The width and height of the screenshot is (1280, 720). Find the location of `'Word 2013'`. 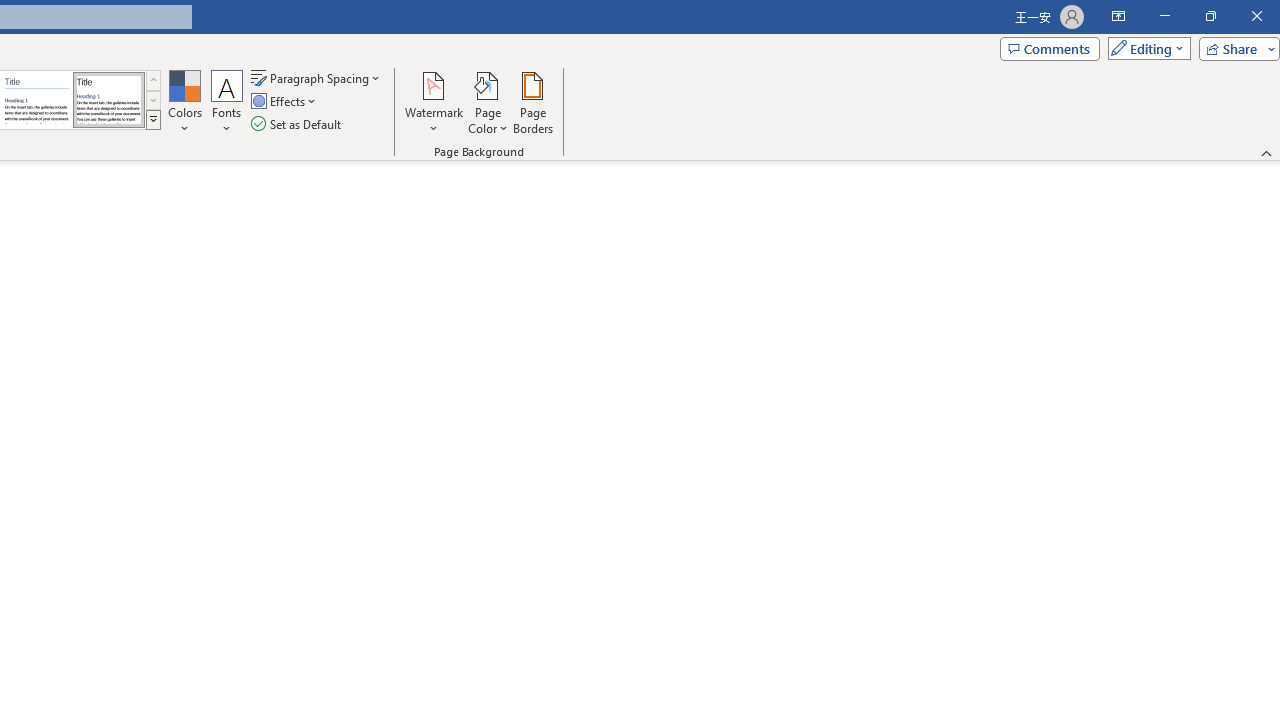

'Word 2013' is located at coordinates (107, 100).